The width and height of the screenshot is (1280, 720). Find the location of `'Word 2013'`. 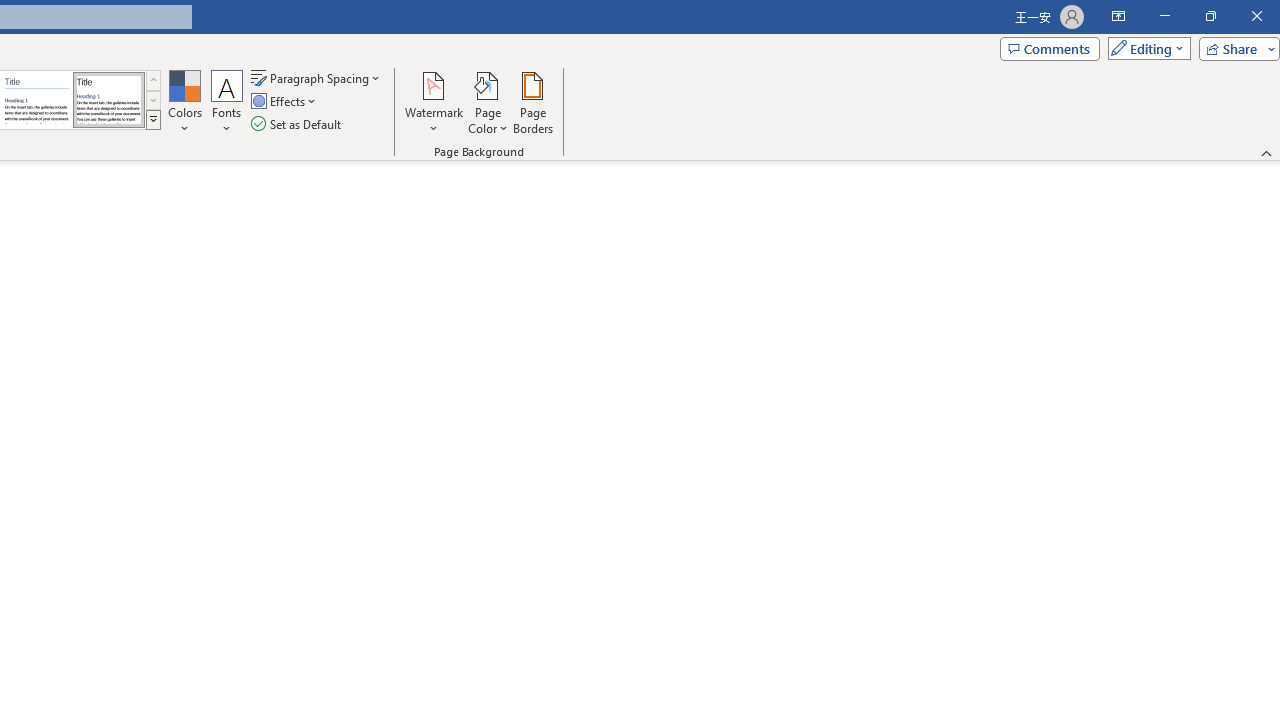

'Word 2013' is located at coordinates (107, 100).